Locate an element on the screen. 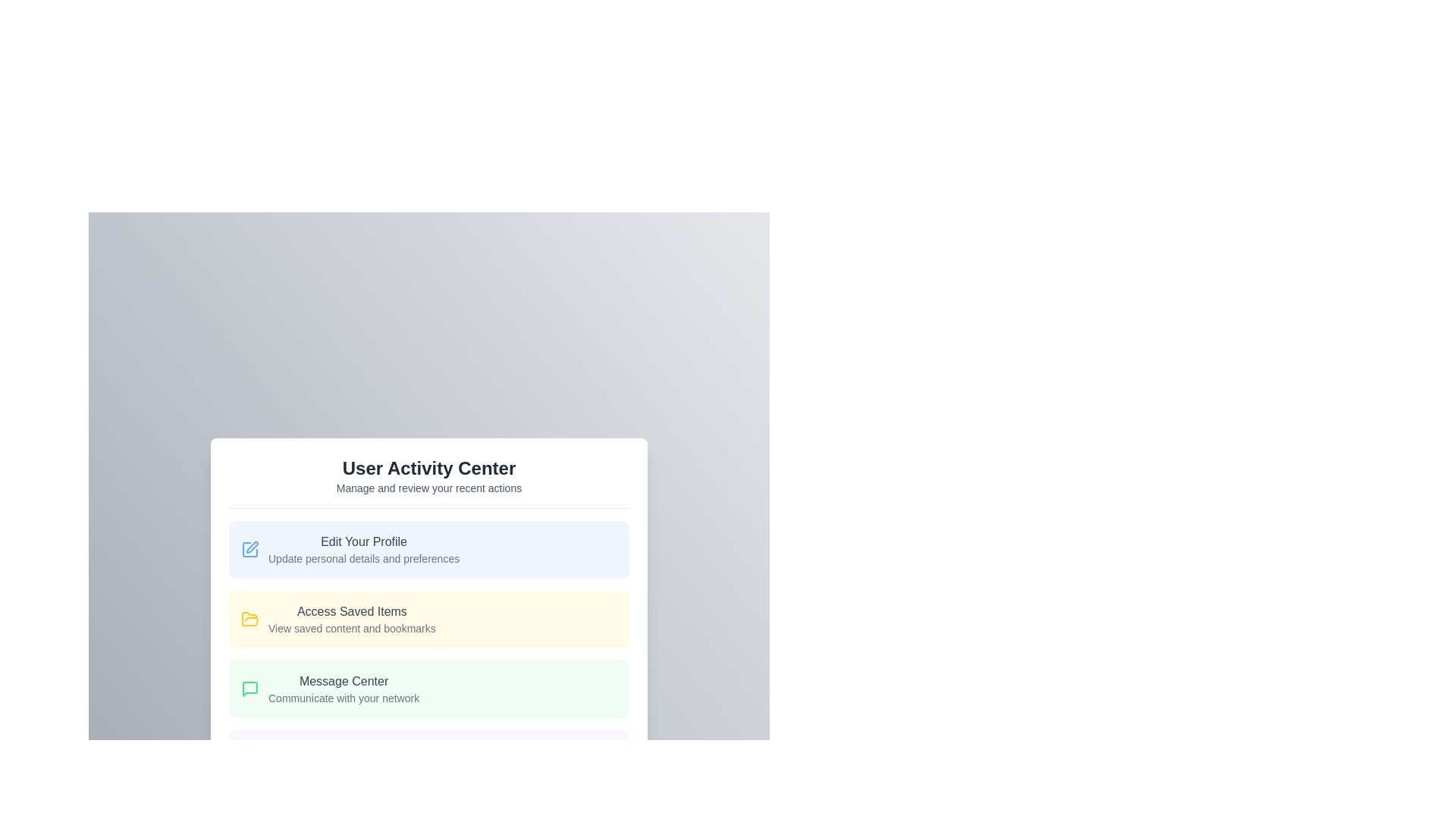 The width and height of the screenshot is (1456, 819). informative text block about the 'Message Center' feature, which is located in the third row of the 'User Activity Center' list, below the 'Access Saved Items' card is located at coordinates (343, 689).